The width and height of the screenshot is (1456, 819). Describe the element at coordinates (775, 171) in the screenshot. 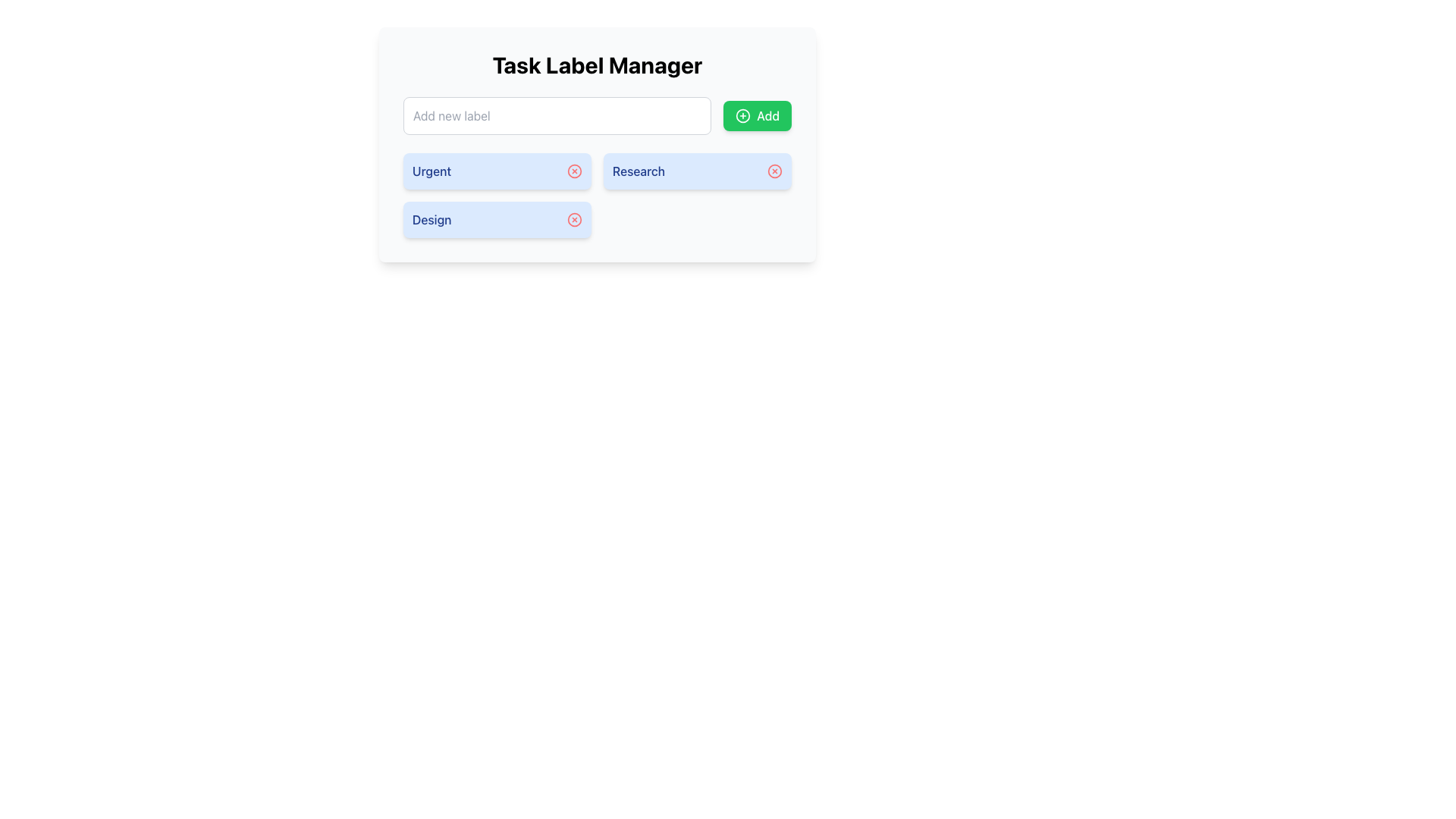

I see `the circular graphical element representing the delete action in the 'Research' label section, located to the far right of the label` at that location.